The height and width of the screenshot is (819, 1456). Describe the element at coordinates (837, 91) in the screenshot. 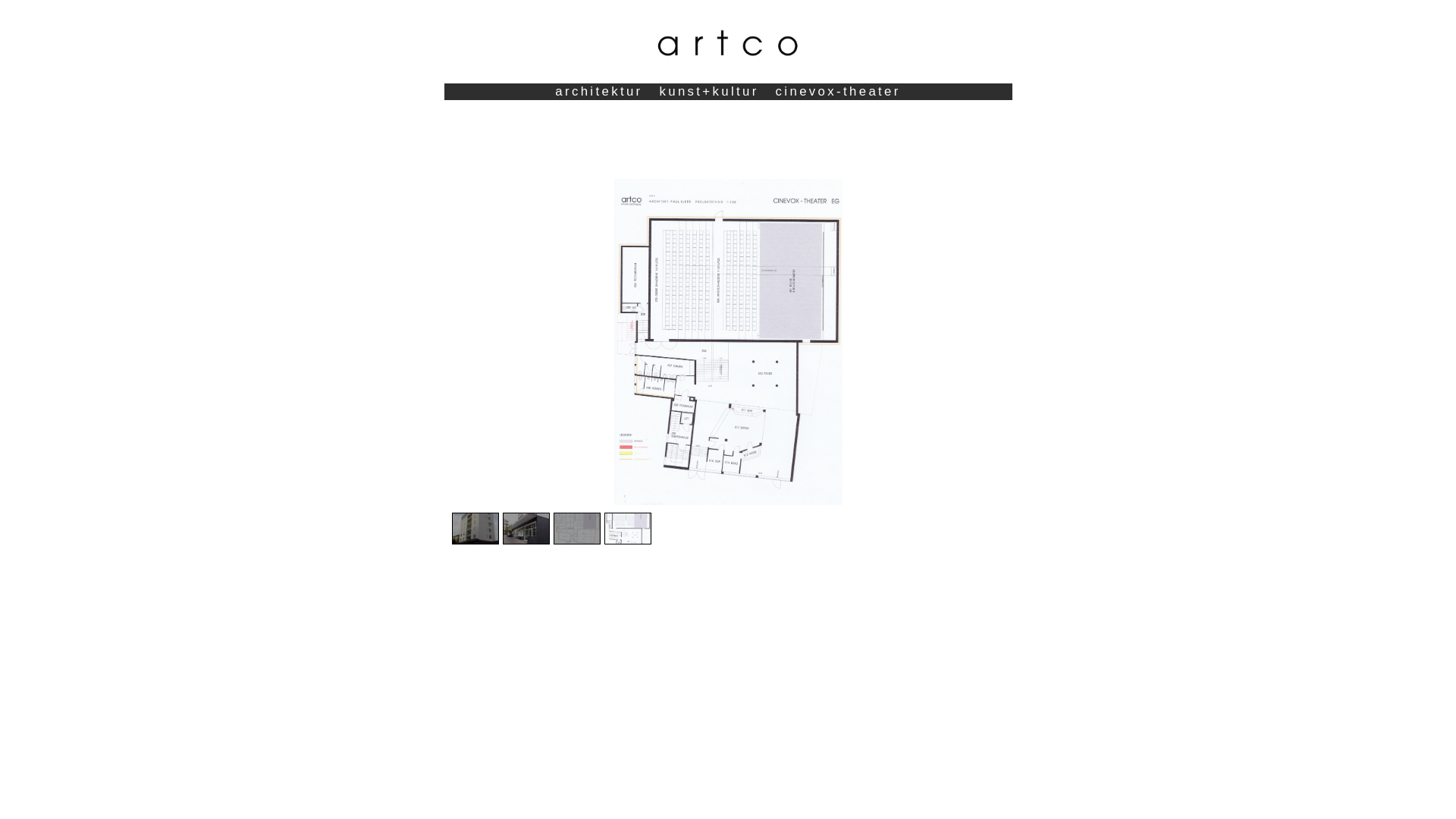

I see `'cinevox-theater'` at that location.